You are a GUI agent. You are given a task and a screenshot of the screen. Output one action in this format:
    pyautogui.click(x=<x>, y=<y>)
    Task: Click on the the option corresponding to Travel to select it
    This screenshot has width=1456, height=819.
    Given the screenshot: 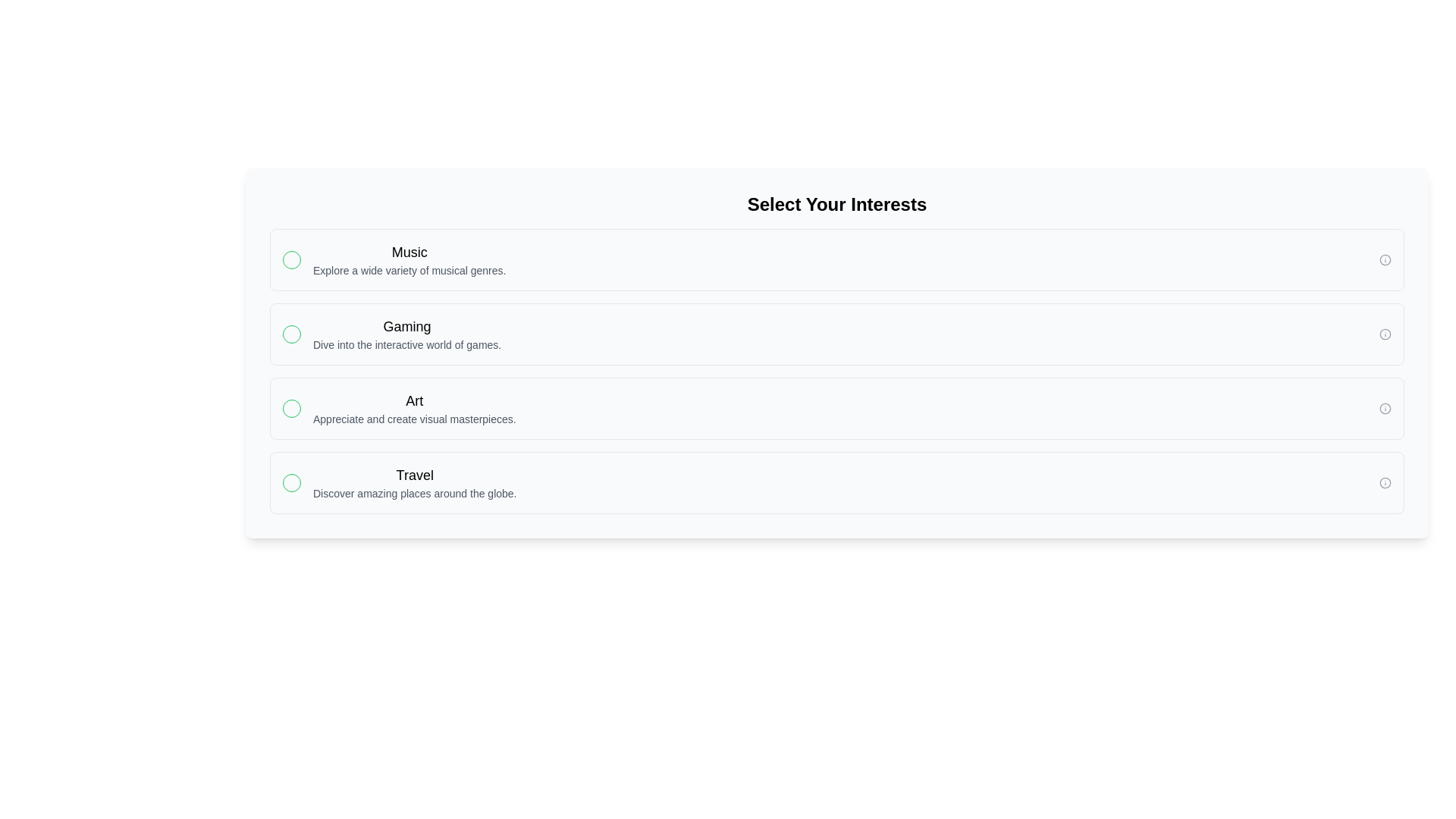 What is the action you would take?
    pyautogui.click(x=836, y=482)
    